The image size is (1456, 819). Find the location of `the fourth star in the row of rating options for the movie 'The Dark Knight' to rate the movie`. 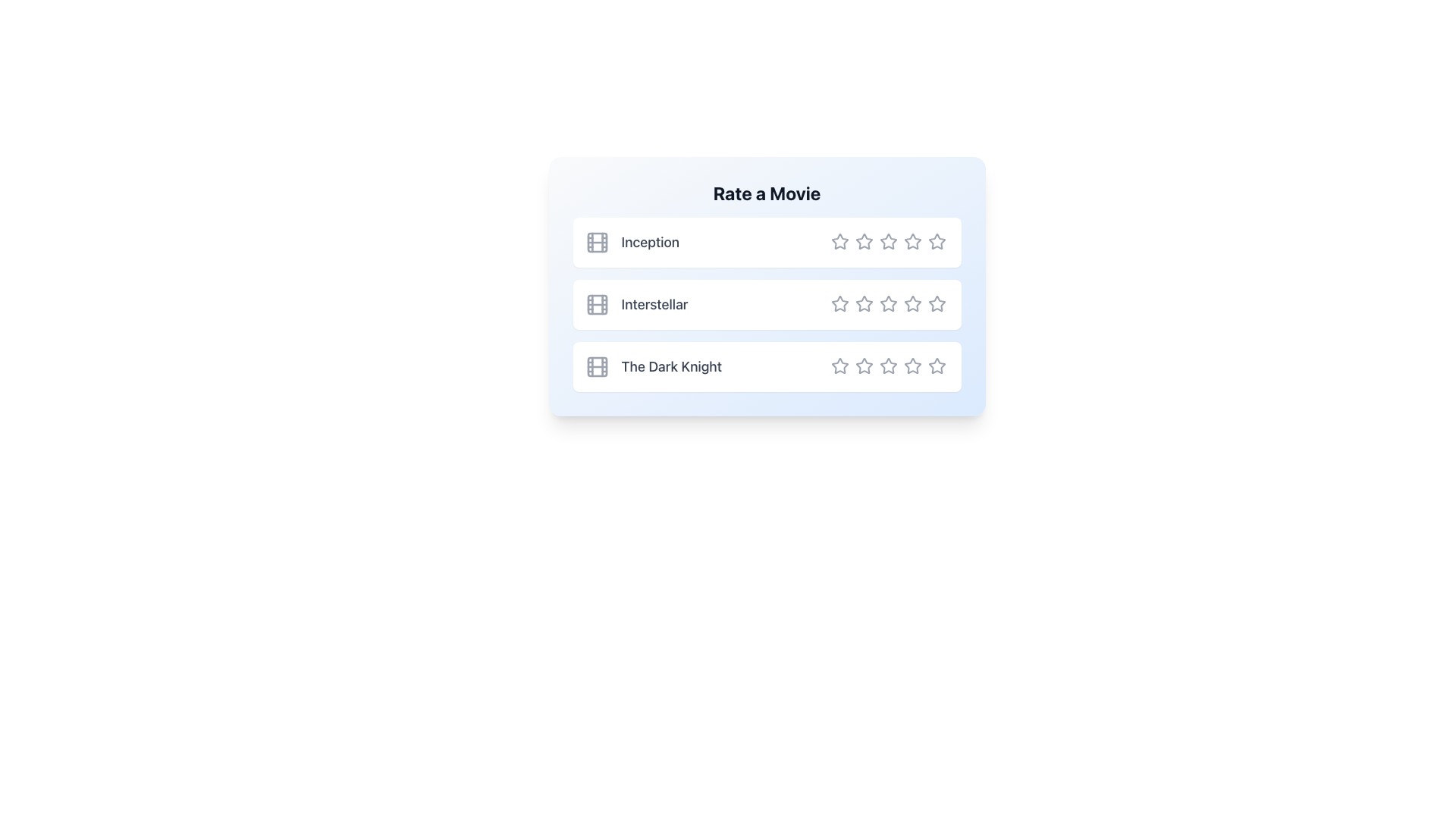

the fourth star in the row of rating options for the movie 'The Dark Knight' to rate the movie is located at coordinates (912, 366).